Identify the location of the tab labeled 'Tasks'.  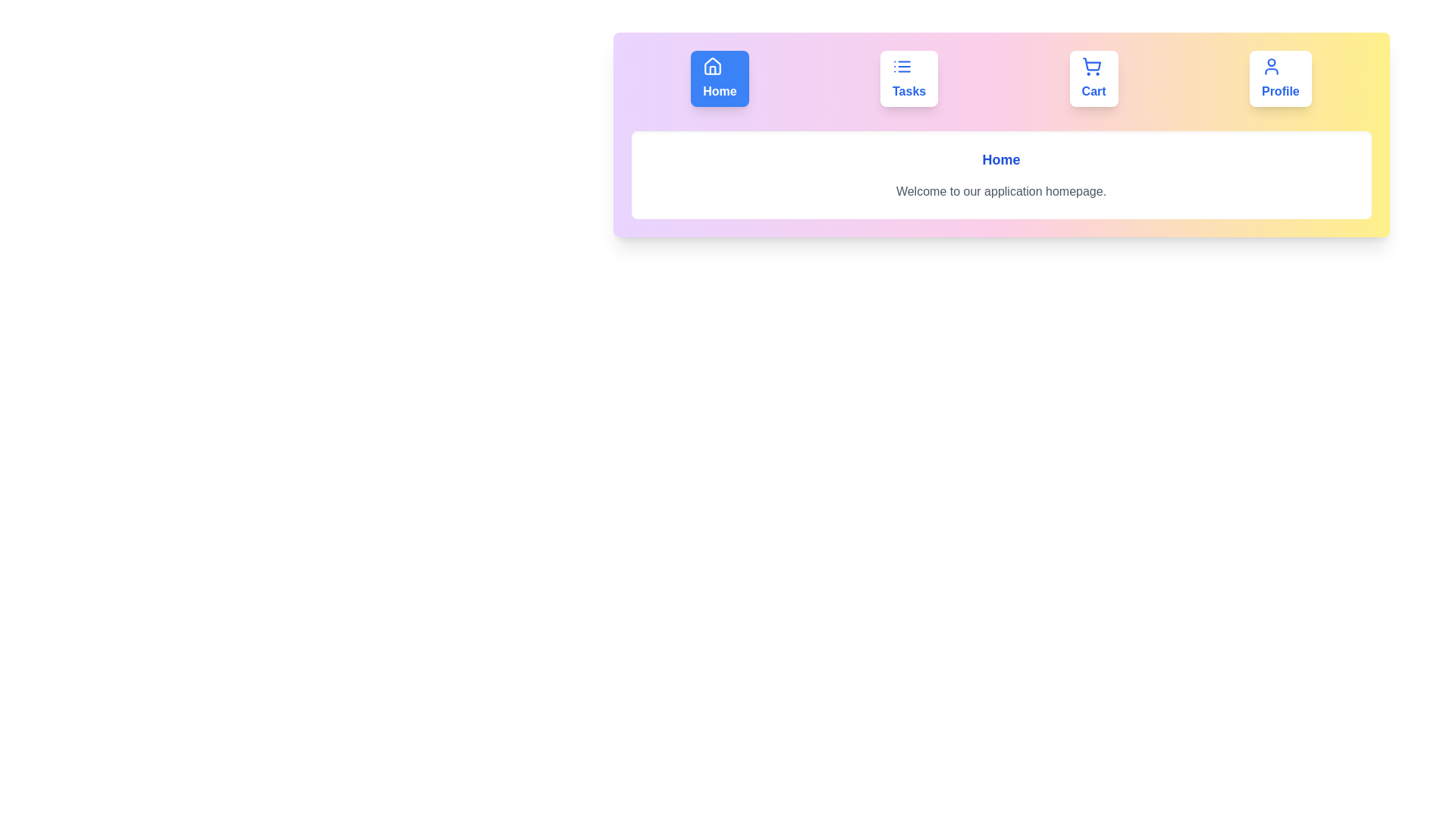
(909, 79).